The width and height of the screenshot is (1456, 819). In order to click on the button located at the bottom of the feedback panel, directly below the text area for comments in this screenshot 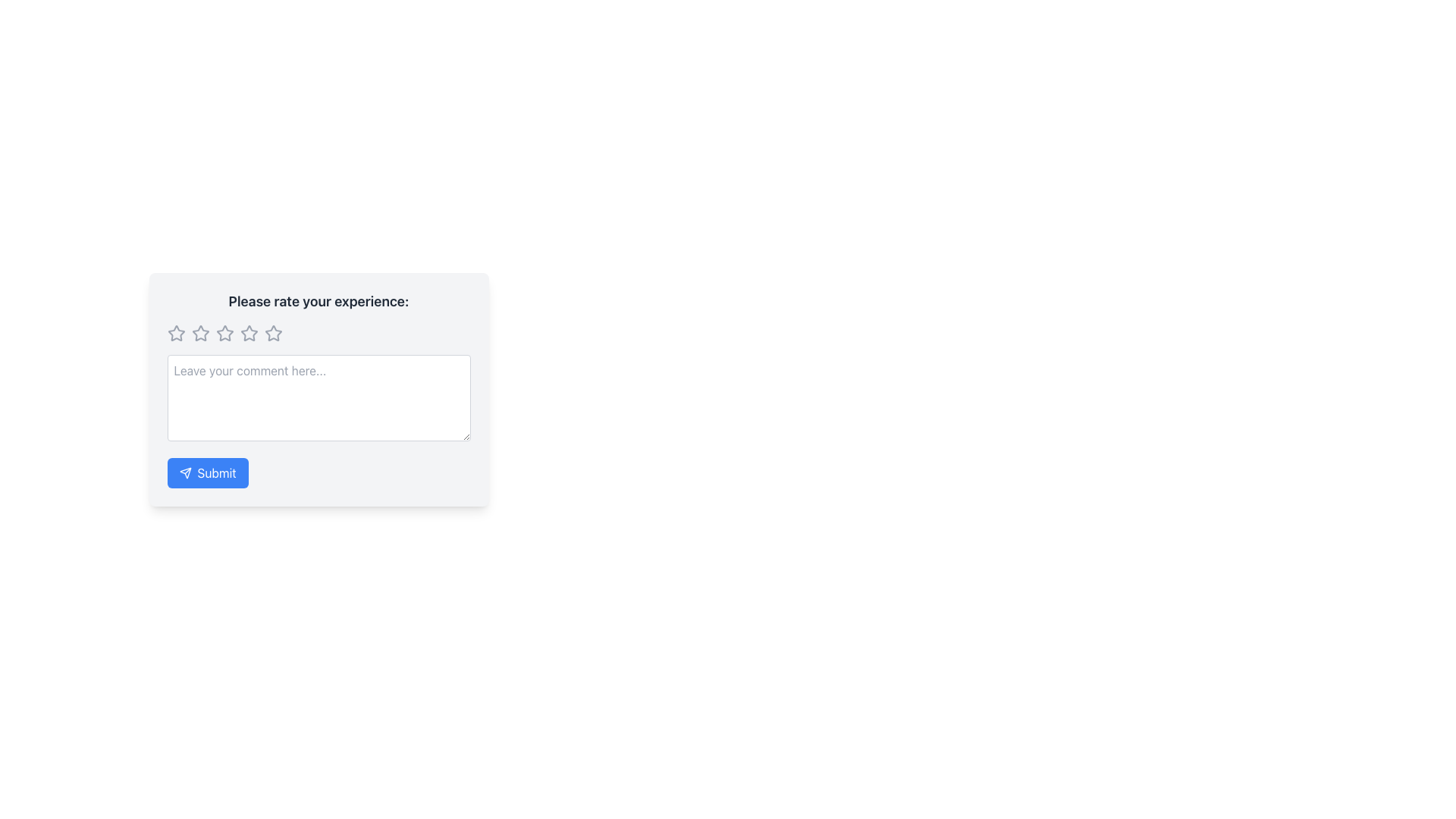, I will do `click(207, 472)`.